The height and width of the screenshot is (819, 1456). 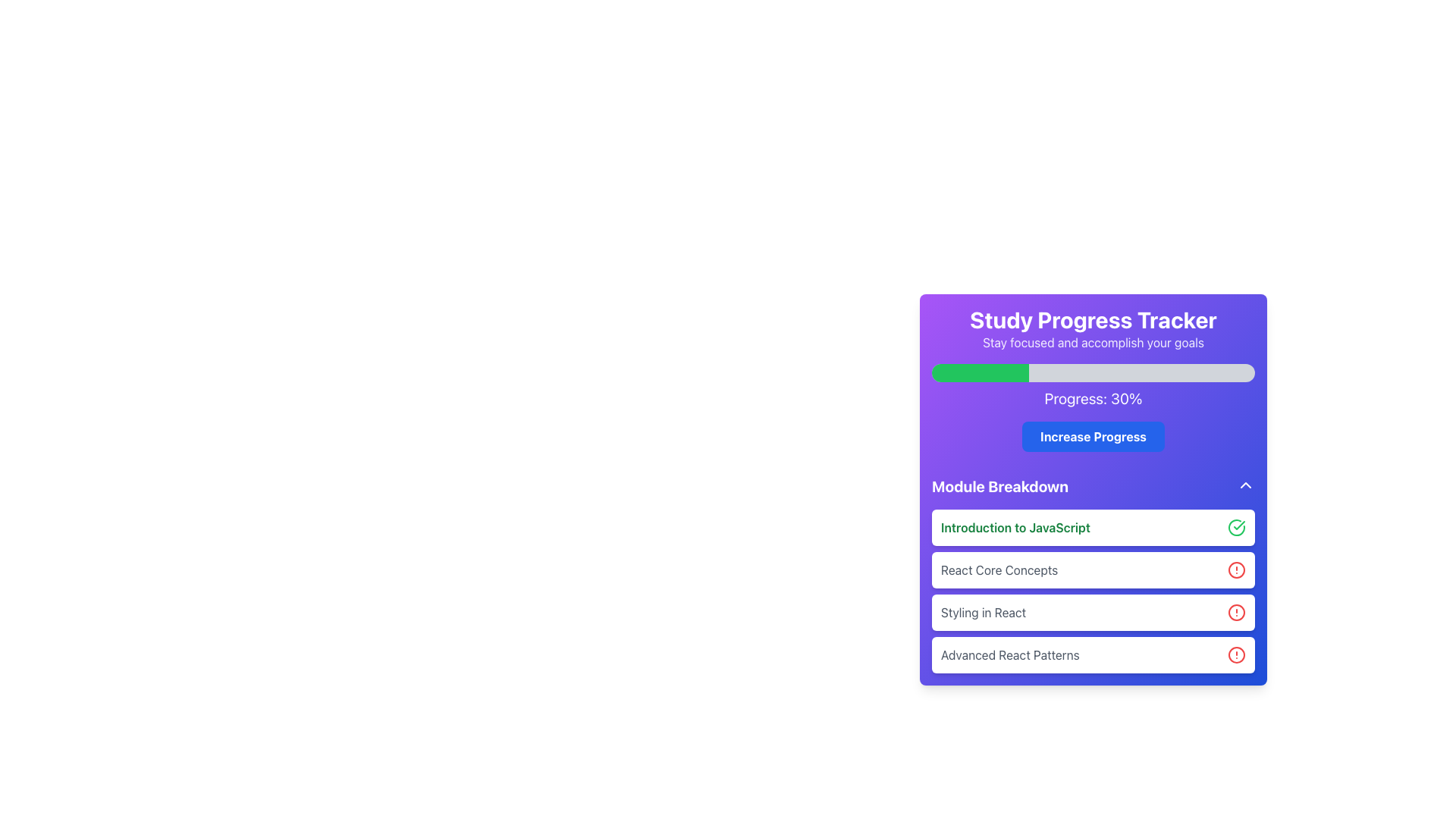 I want to click on the static informational display that shows 'Study Progress Tracker' with the subtitle 'Stay focused and accomplish your goals.', so click(x=1093, y=328).